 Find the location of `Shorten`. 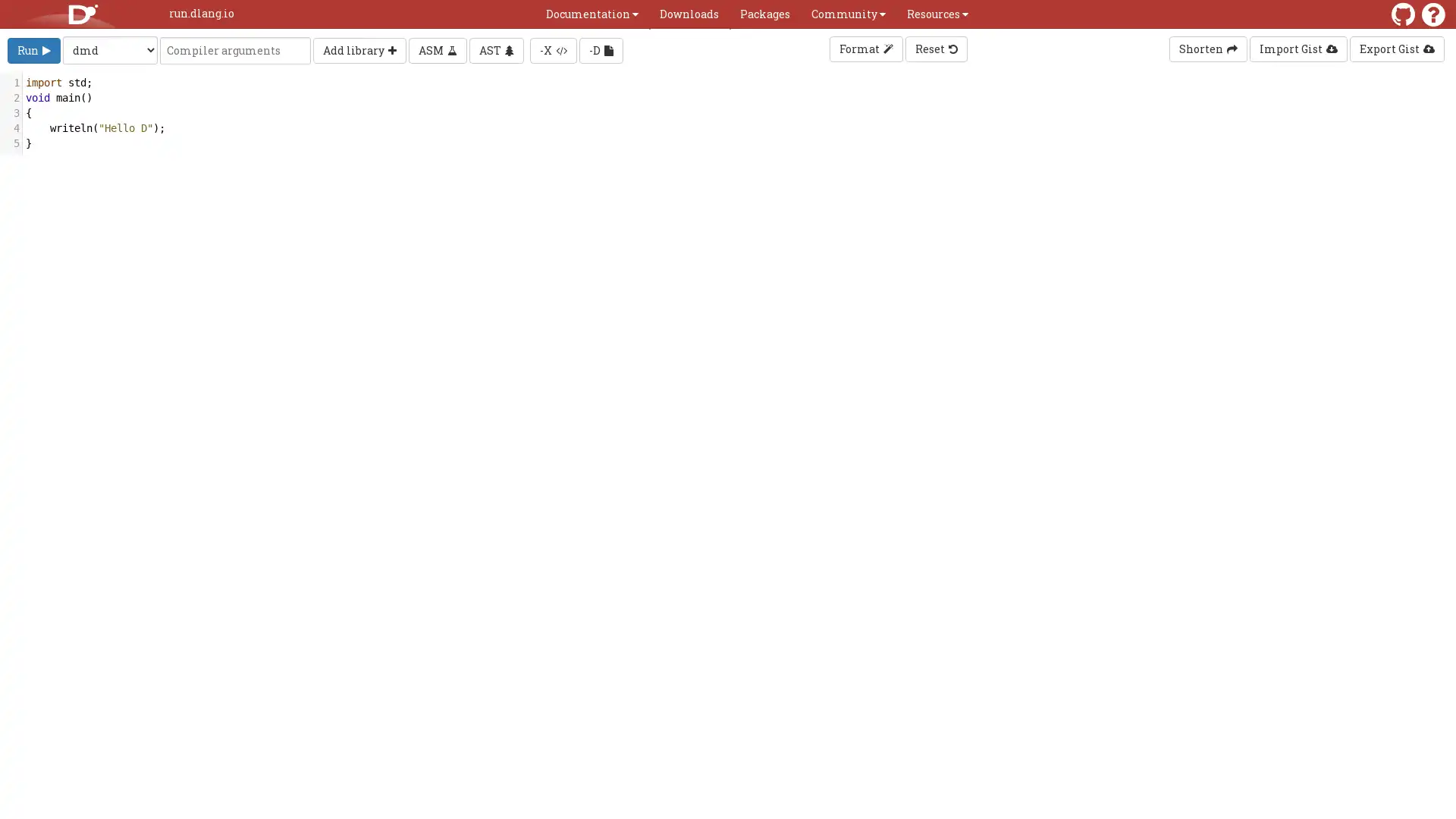

Shorten is located at coordinates (1207, 49).